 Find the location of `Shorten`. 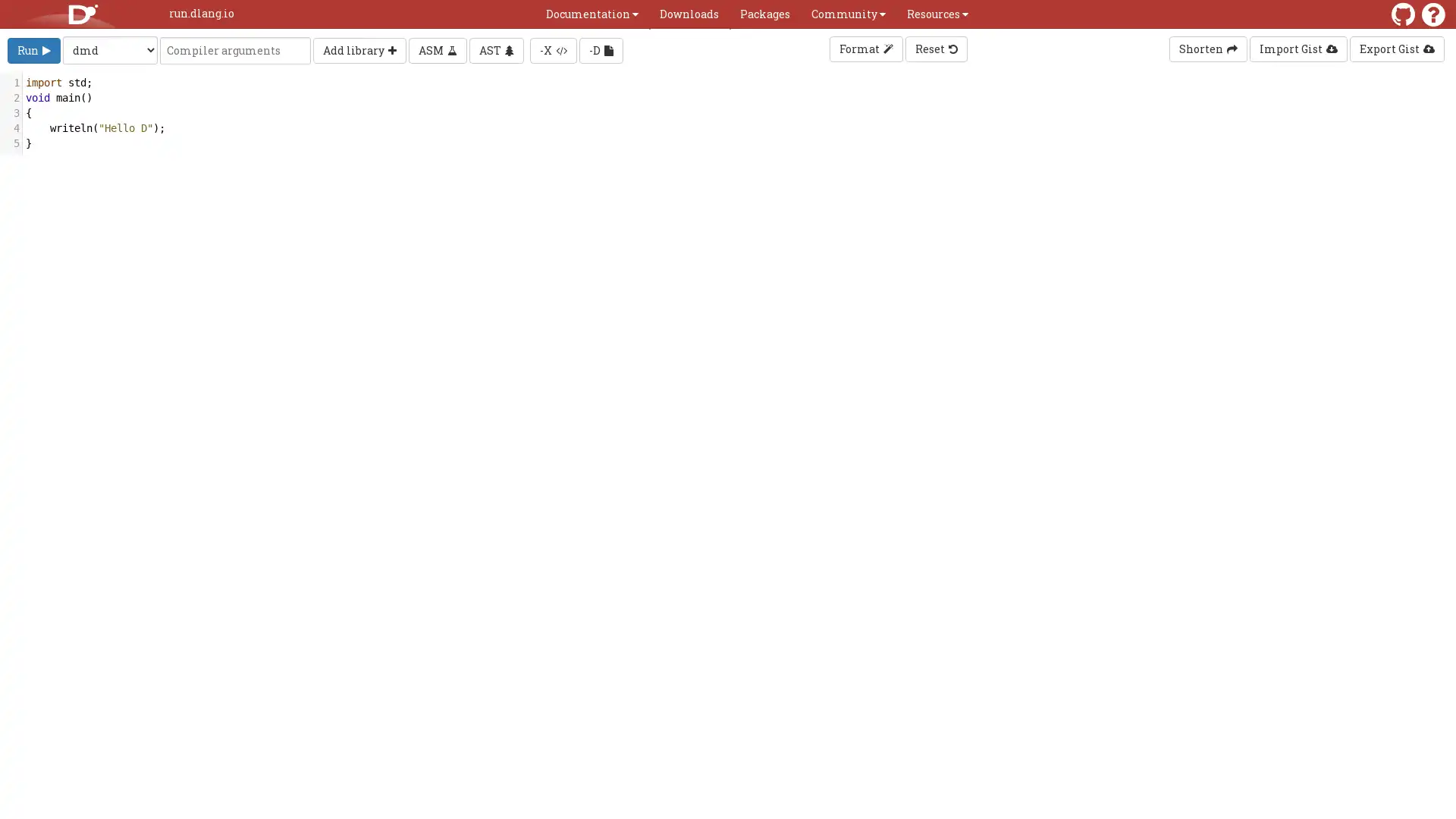

Shorten is located at coordinates (1207, 49).